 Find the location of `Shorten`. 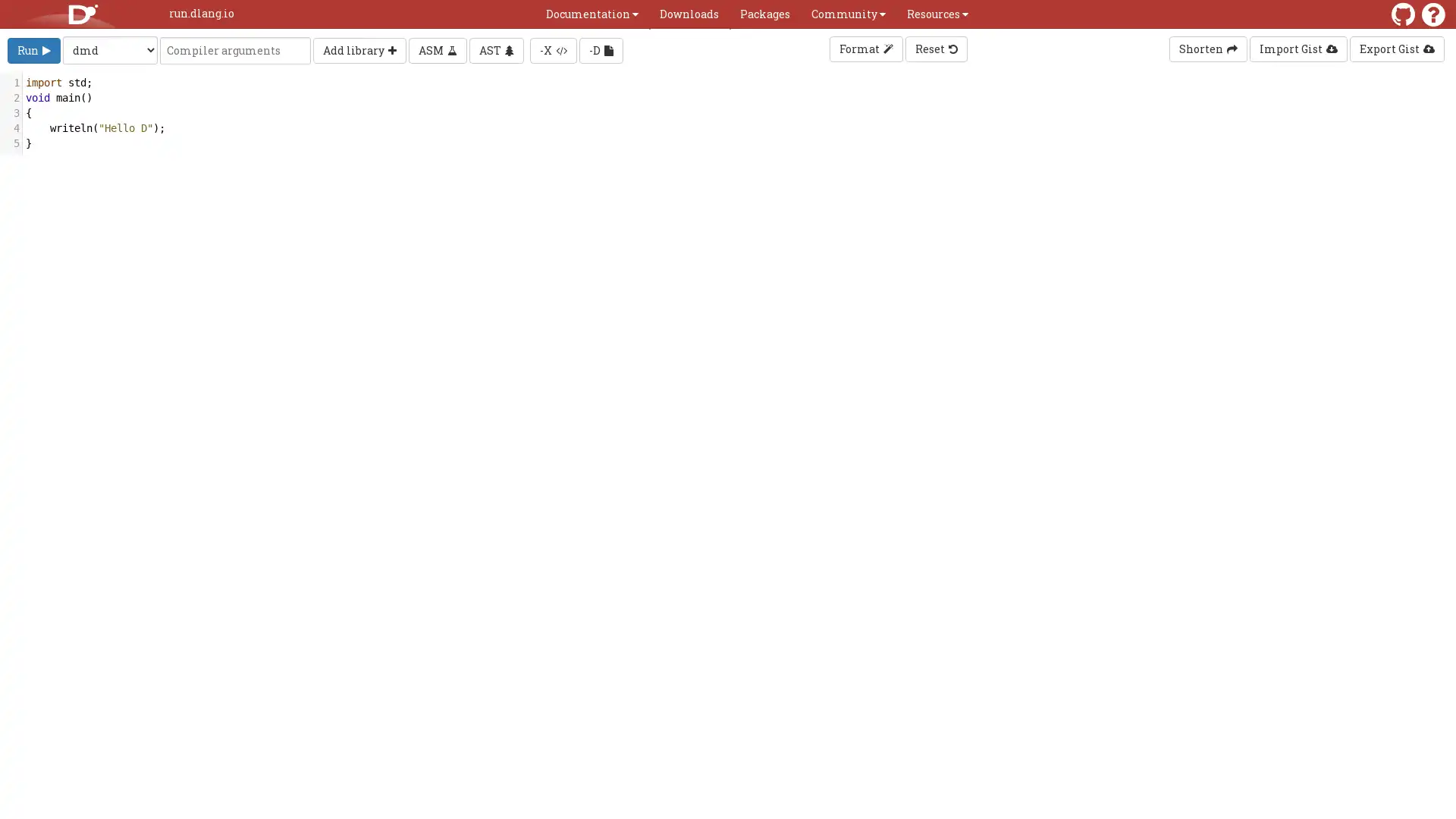

Shorten is located at coordinates (1207, 49).